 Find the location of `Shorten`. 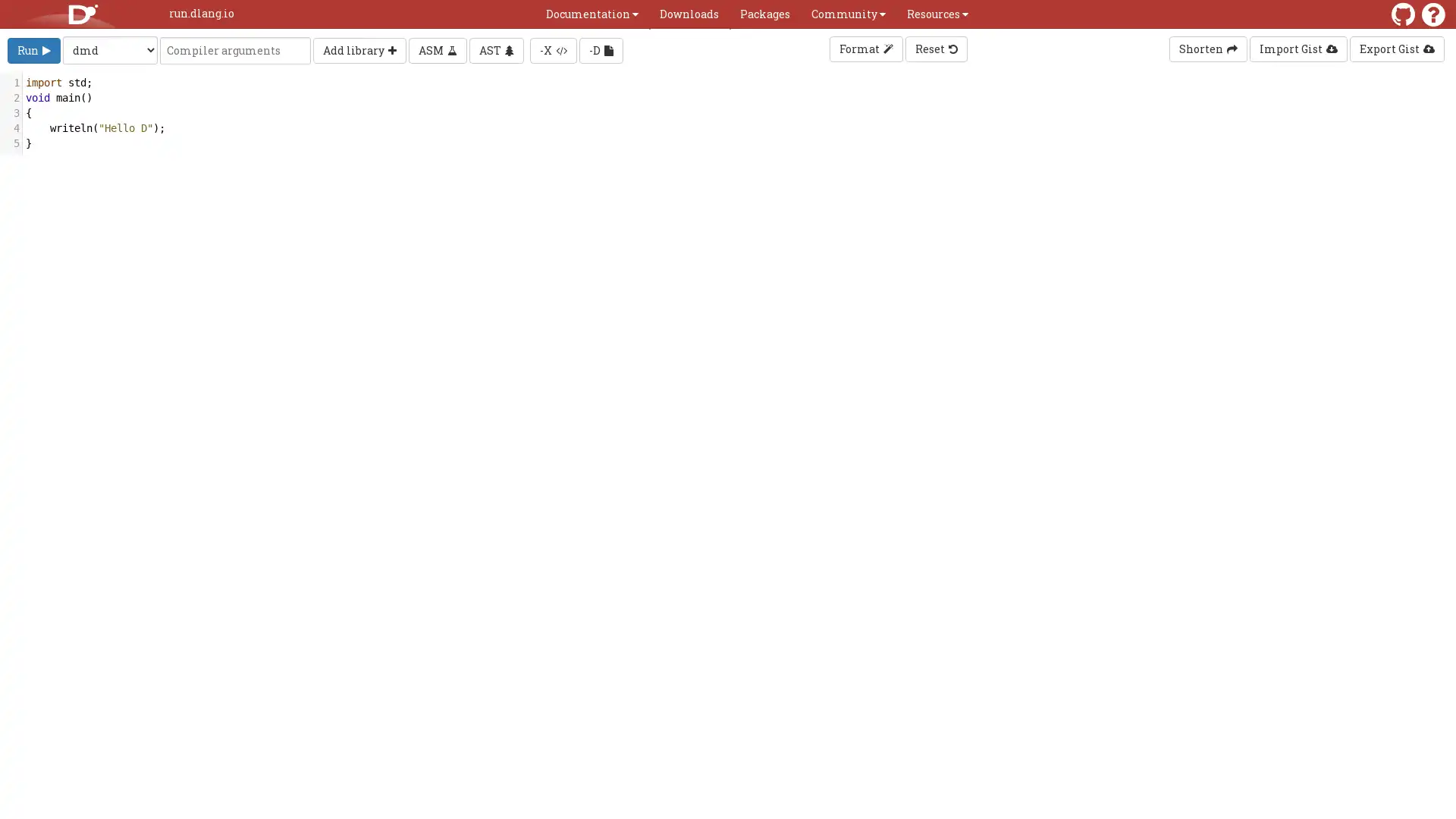

Shorten is located at coordinates (1207, 49).